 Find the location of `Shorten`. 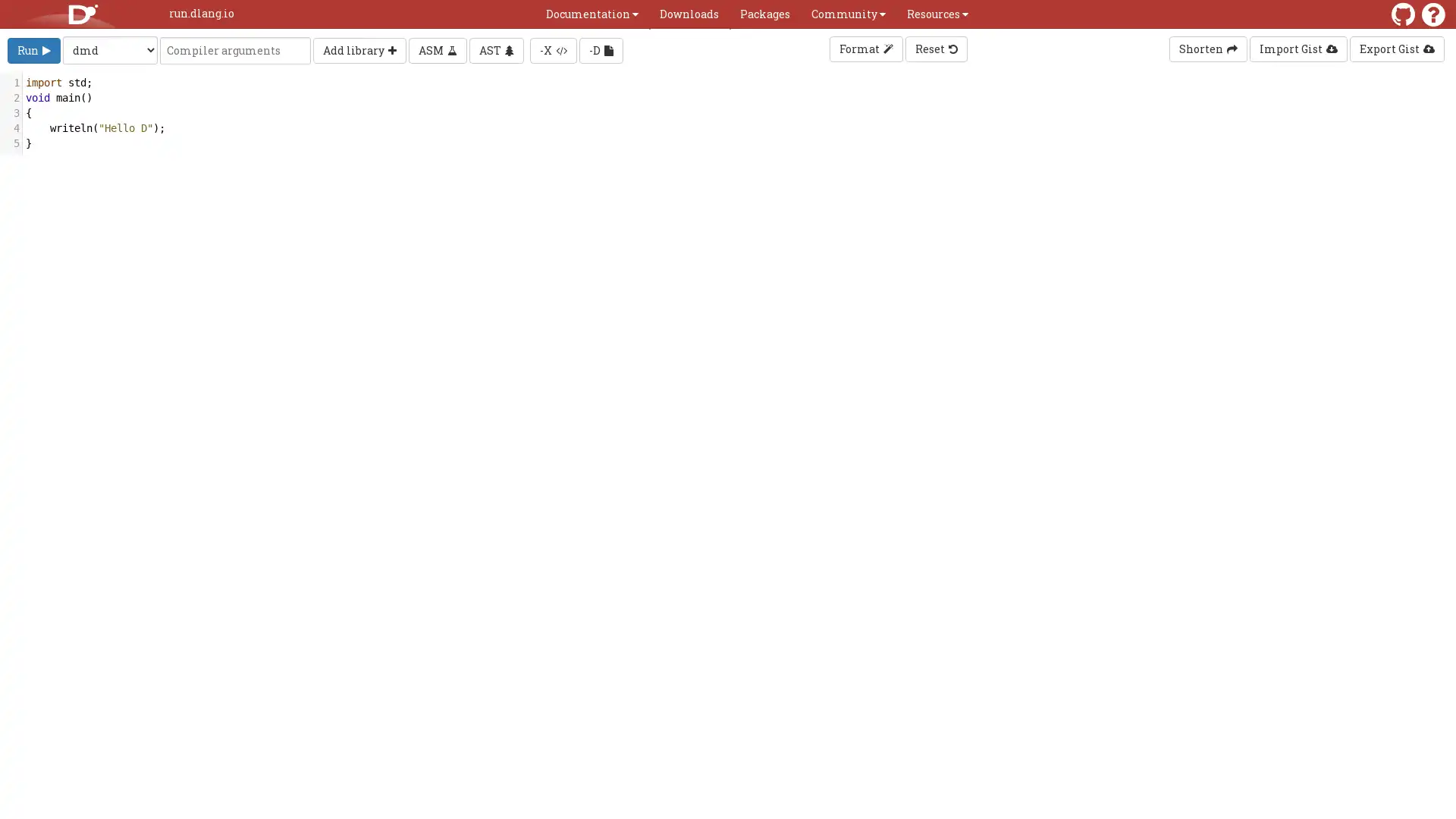

Shorten is located at coordinates (1207, 49).